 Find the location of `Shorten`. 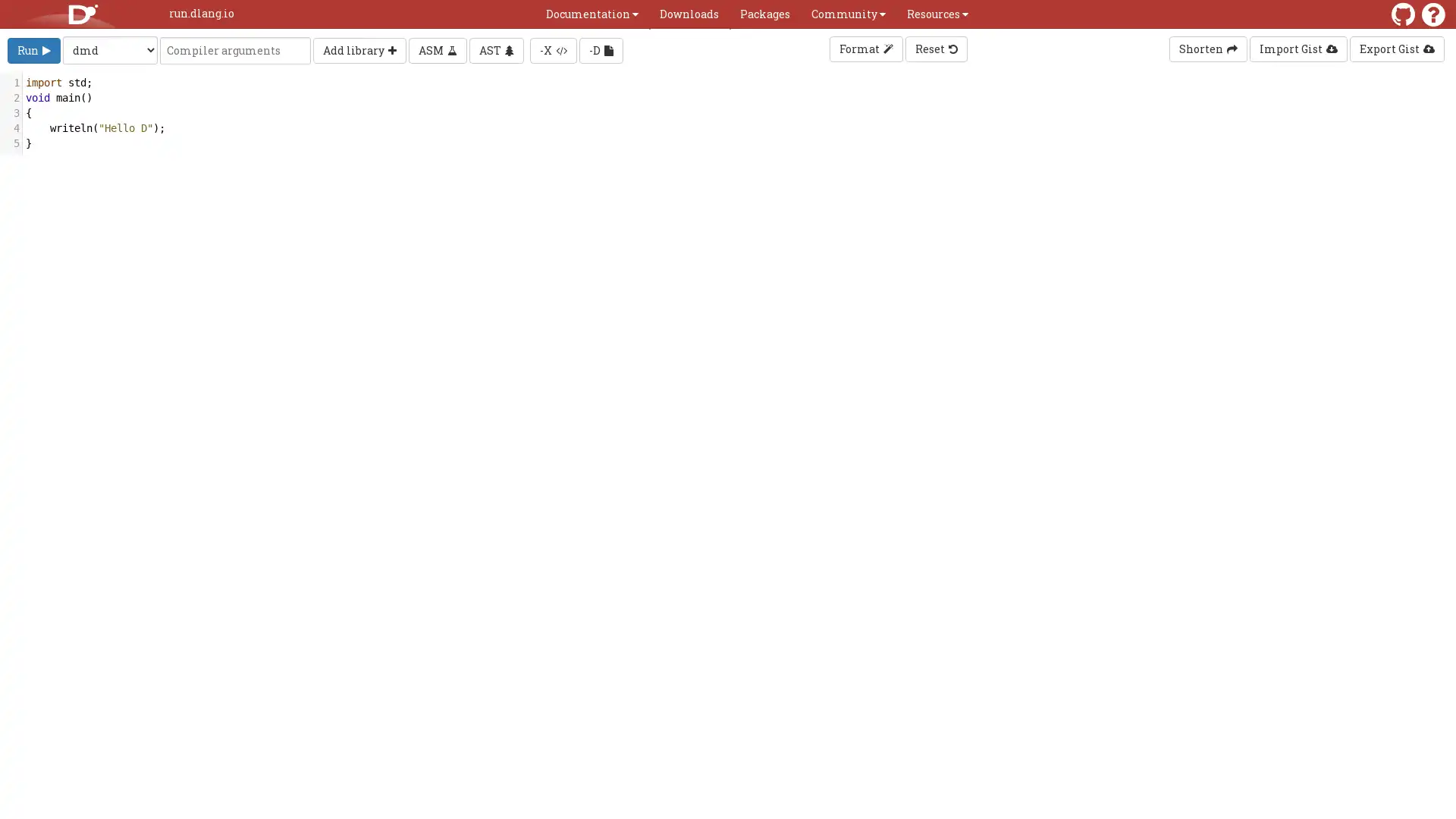

Shorten is located at coordinates (1207, 49).